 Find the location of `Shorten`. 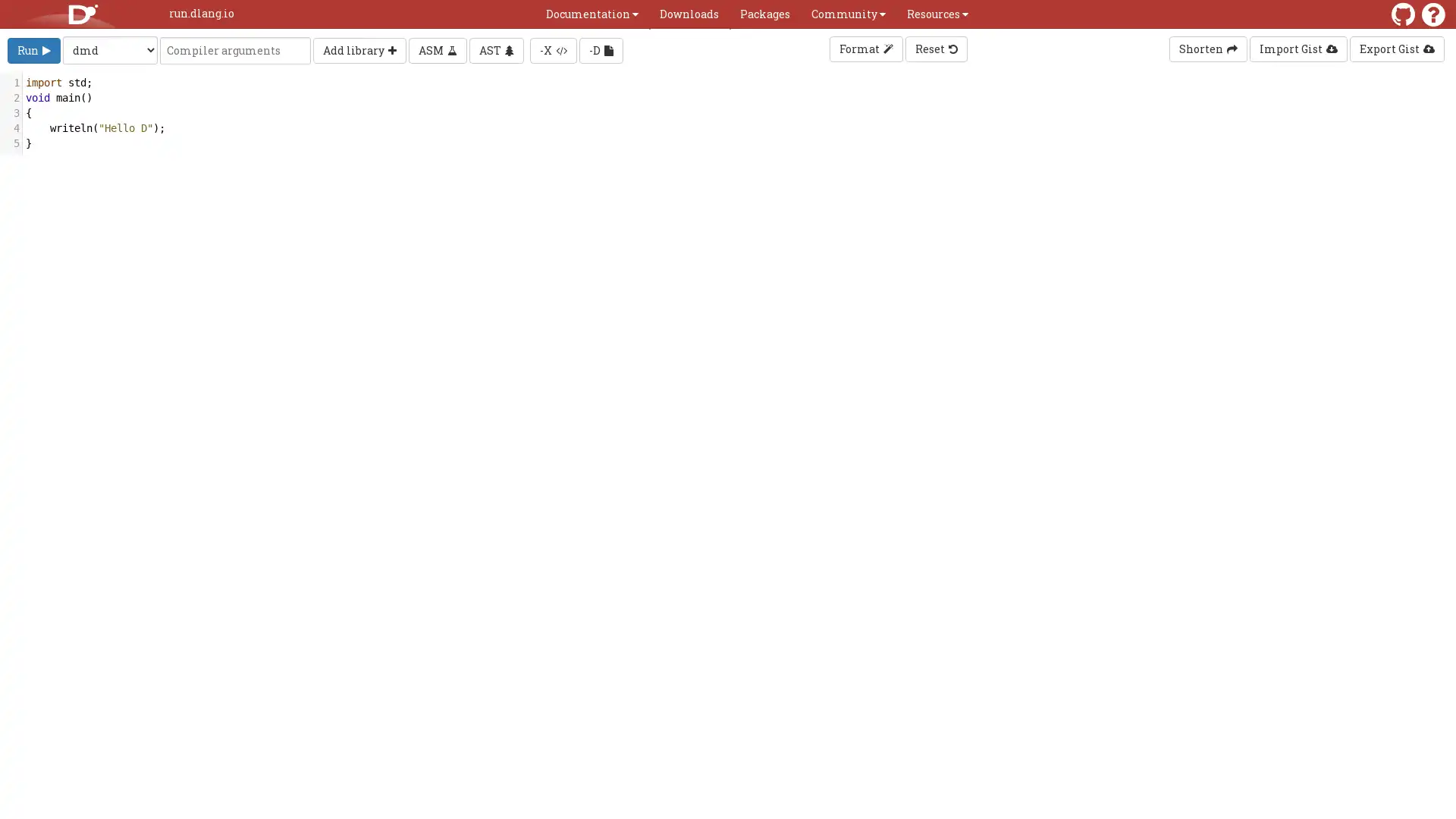

Shorten is located at coordinates (1207, 49).